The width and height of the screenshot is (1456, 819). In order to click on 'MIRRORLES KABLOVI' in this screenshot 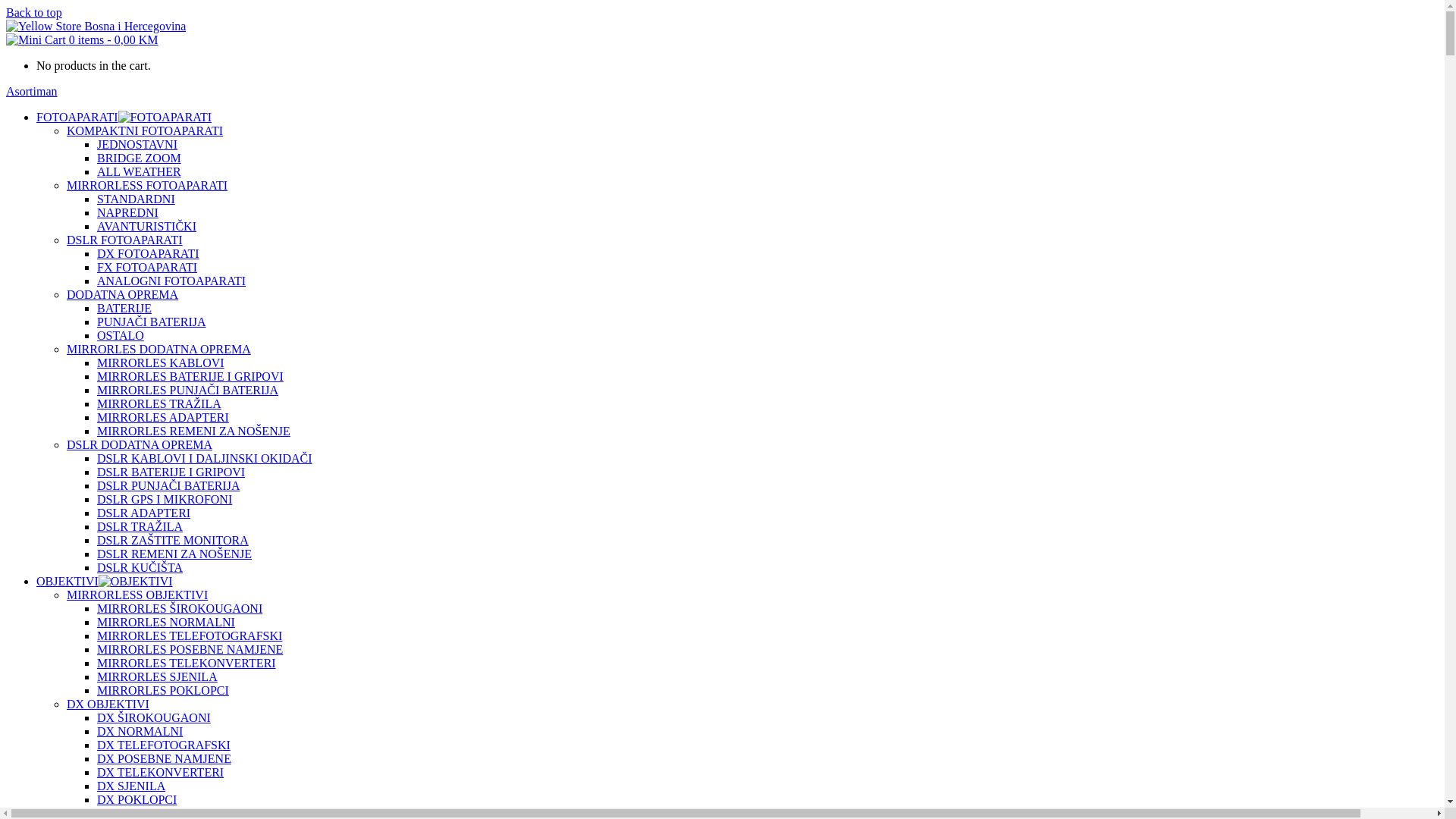, I will do `click(160, 362)`.